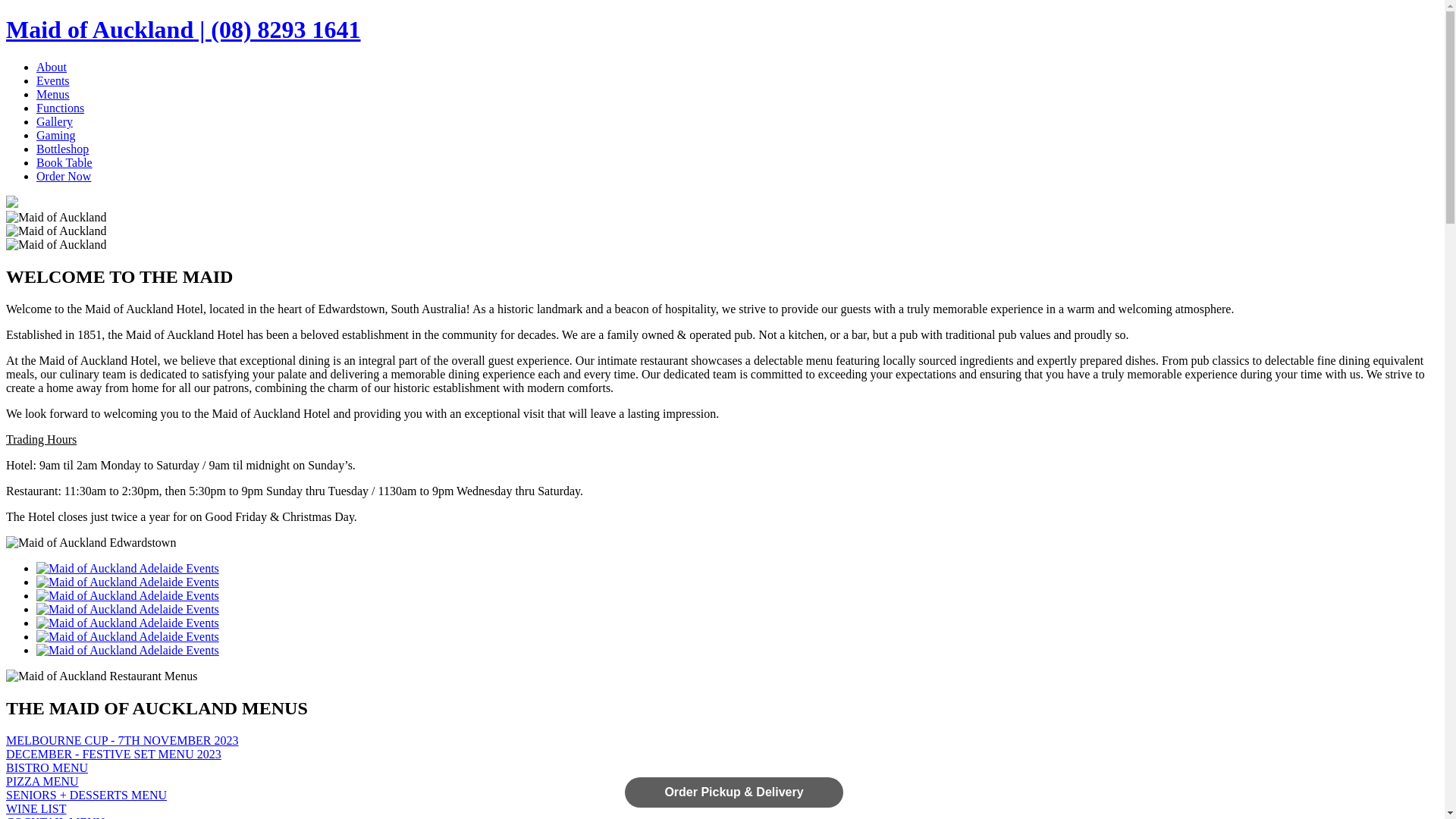 Image resolution: width=1456 pixels, height=819 pixels. What do you see at coordinates (721, 755) in the screenshot?
I see `'DECEMBER - FESTIVE SET MENU 2023'` at bounding box center [721, 755].